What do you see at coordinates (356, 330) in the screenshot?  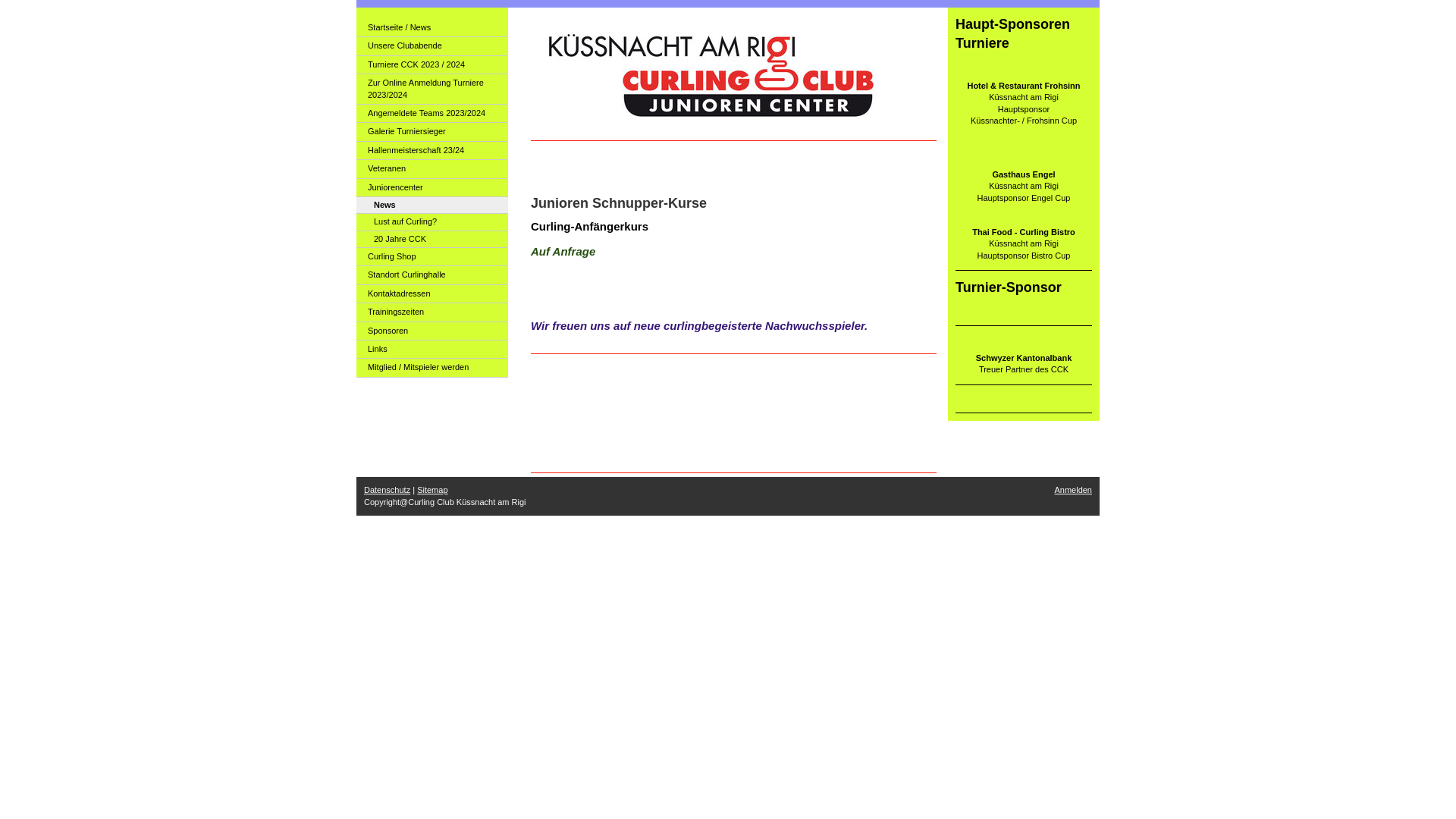 I see `'Sponsoren'` at bounding box center [356, 330].